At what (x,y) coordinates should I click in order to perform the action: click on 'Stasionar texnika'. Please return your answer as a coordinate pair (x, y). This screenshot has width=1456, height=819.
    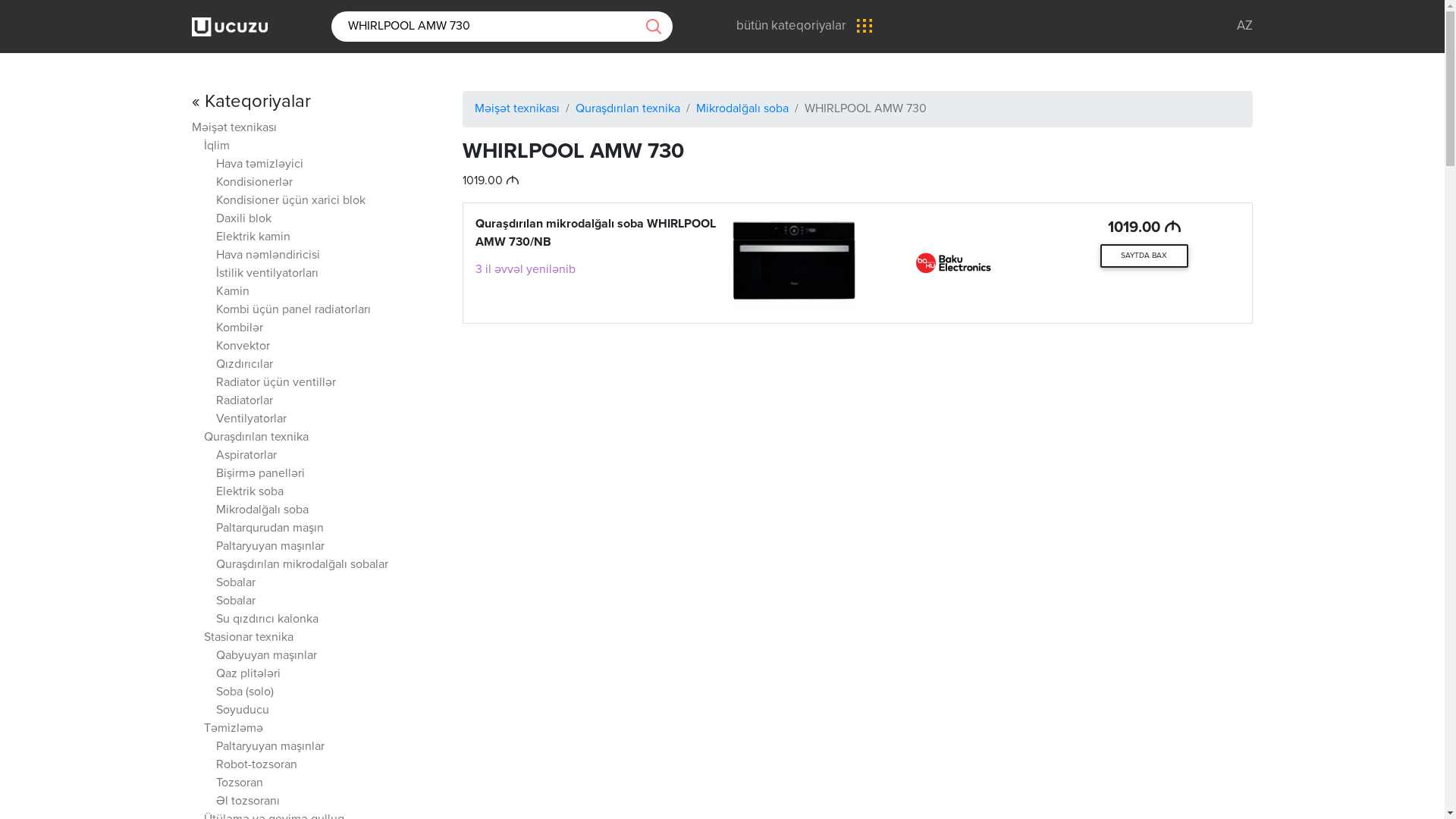
    Looking at the image, I should click on (248, 638).